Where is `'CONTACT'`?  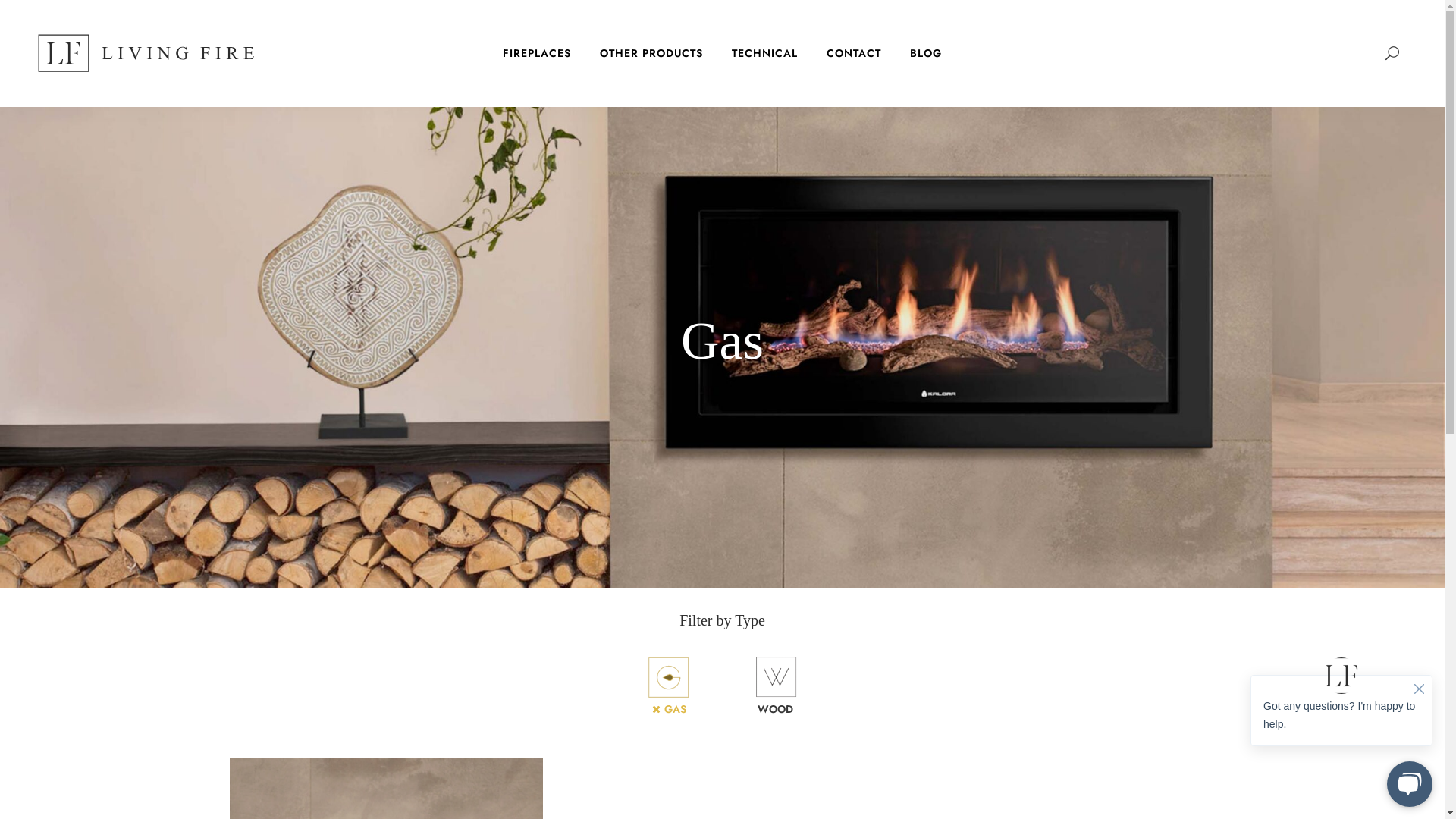
'CONTACT' is located at coordinates (811, 52).